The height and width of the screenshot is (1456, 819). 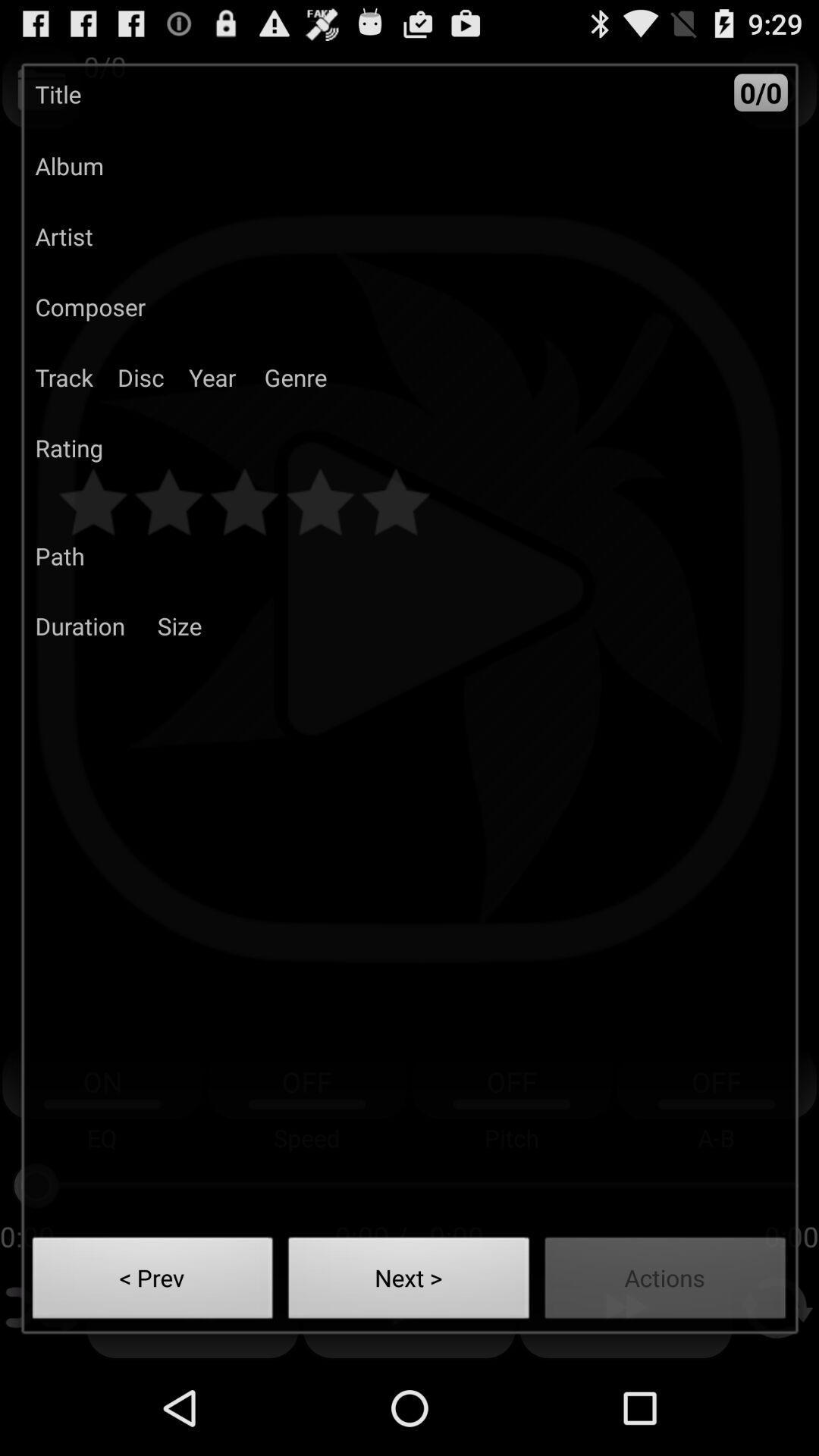 I want to click on the next >, so click(x=408, y=1282).